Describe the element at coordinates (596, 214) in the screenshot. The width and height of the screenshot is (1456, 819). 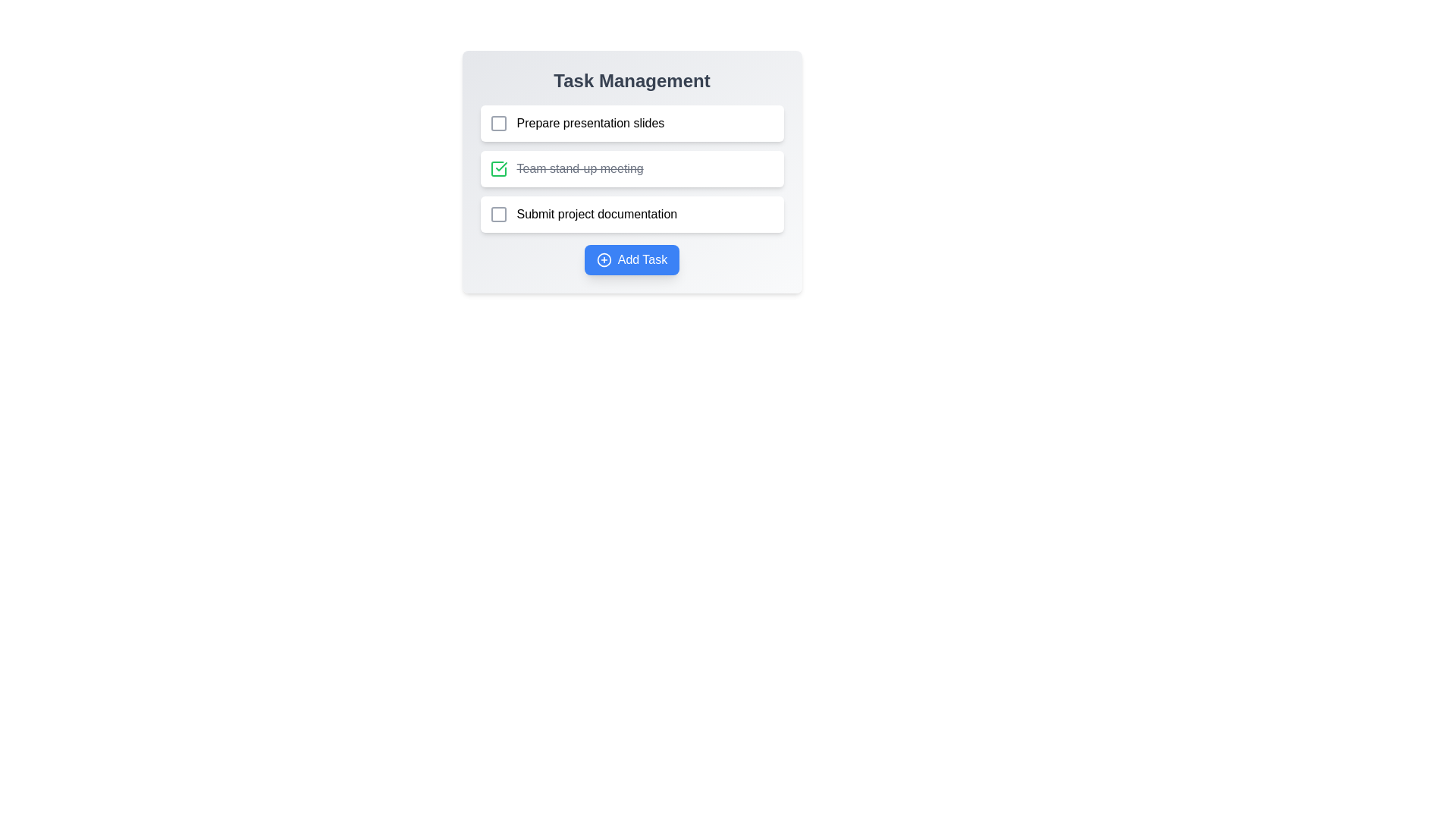
I see `the text of the task 'Submit project documentation'` at that location.